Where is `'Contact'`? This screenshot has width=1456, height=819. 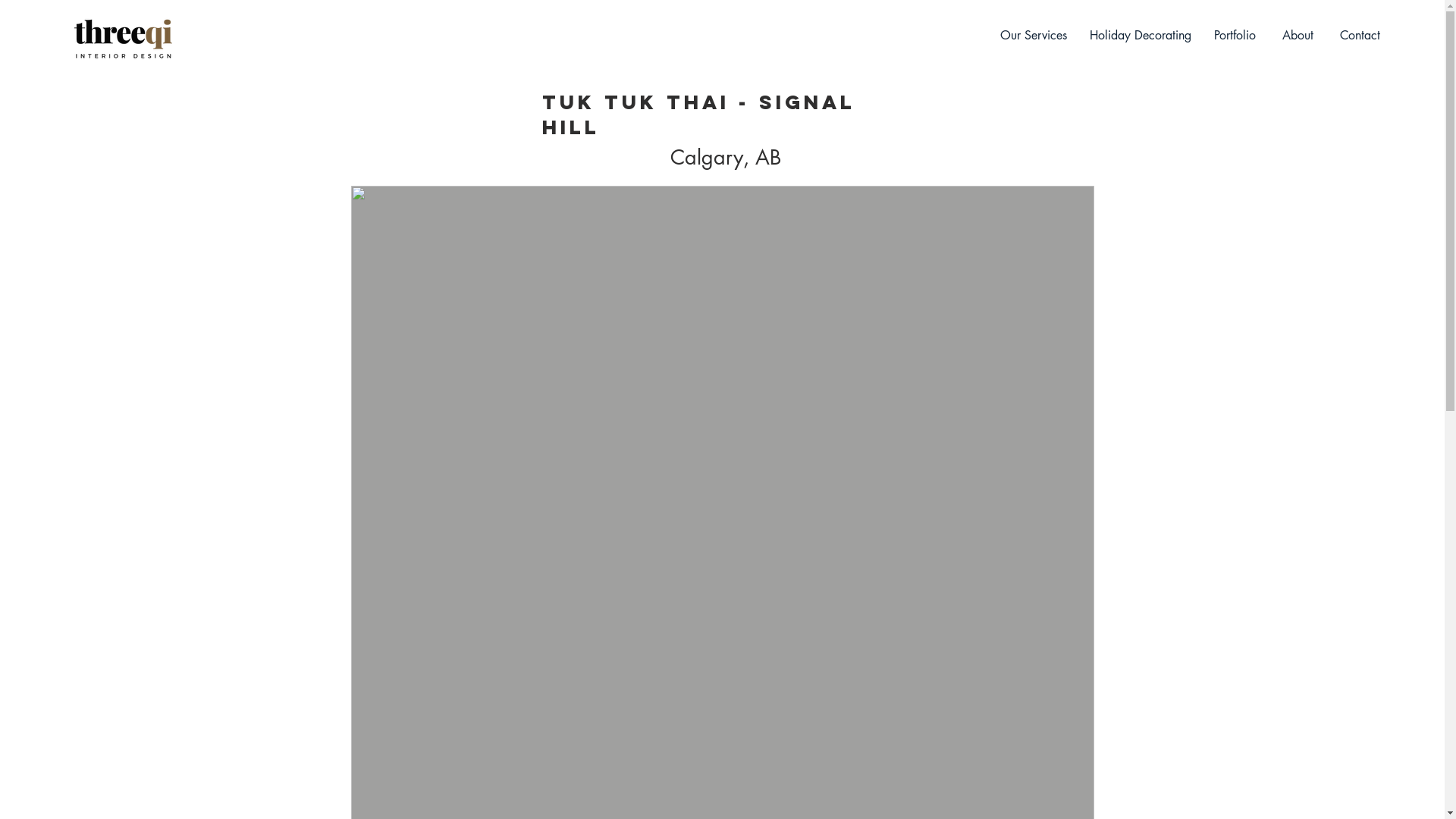 'Contact' is located at coordinates (1360, 34).